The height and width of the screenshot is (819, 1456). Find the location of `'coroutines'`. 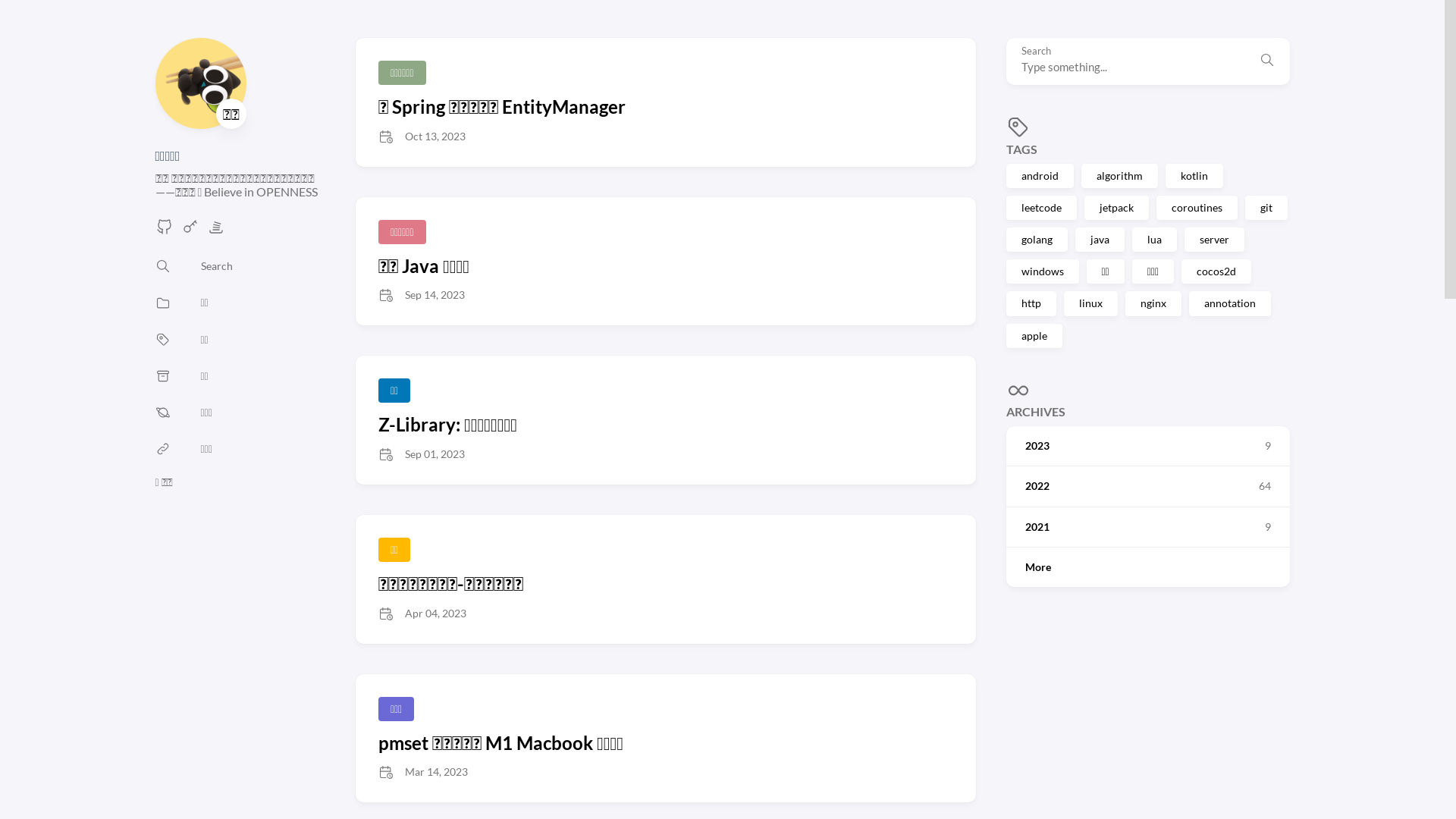

'coroutines' is located at coordinates (1195, 207).